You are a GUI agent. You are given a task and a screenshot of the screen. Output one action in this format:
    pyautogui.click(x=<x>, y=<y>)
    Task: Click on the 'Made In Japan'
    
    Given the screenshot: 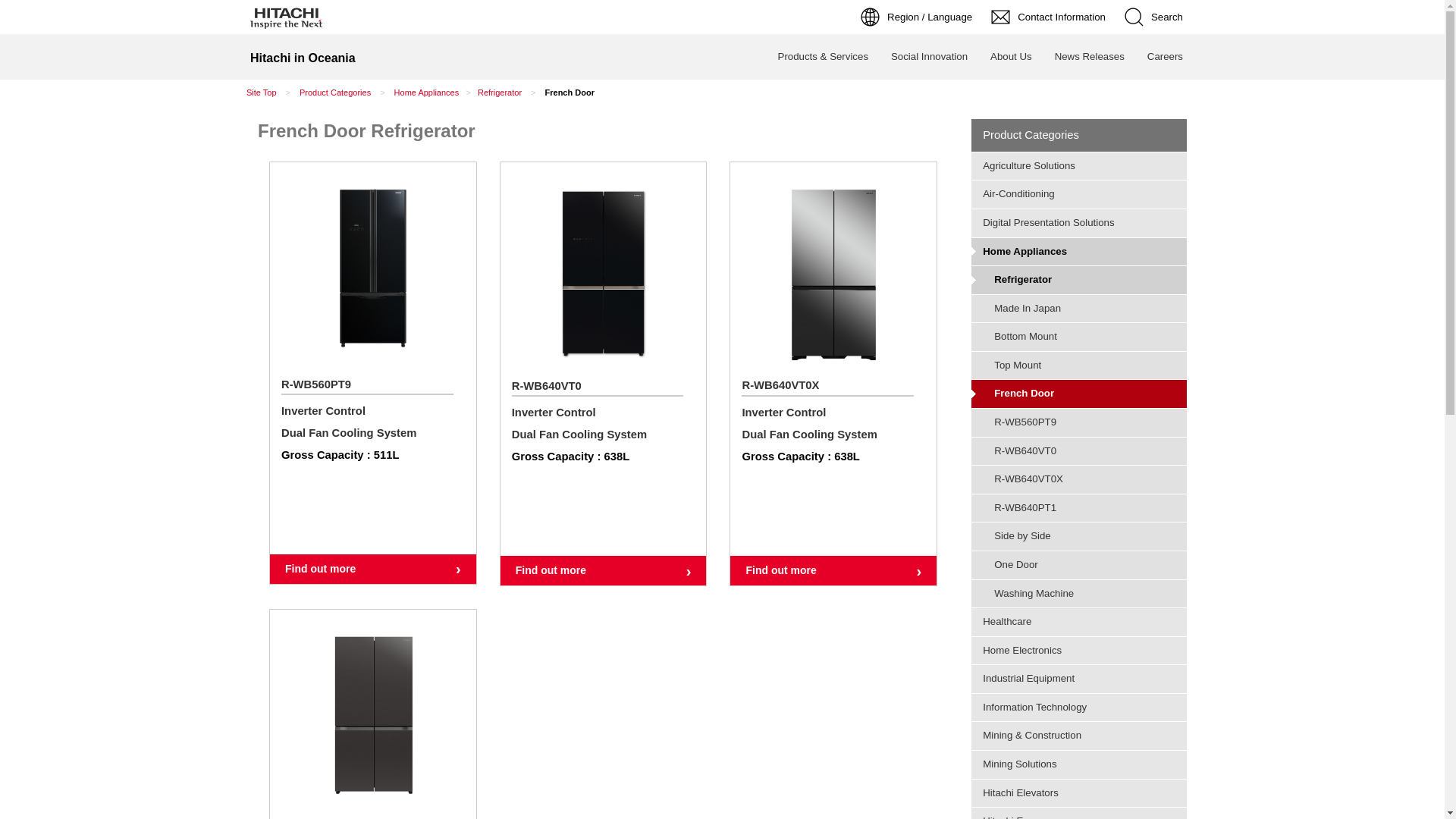 What is the action you would take?
    pyautogui.click(x=1078, y=308)
    